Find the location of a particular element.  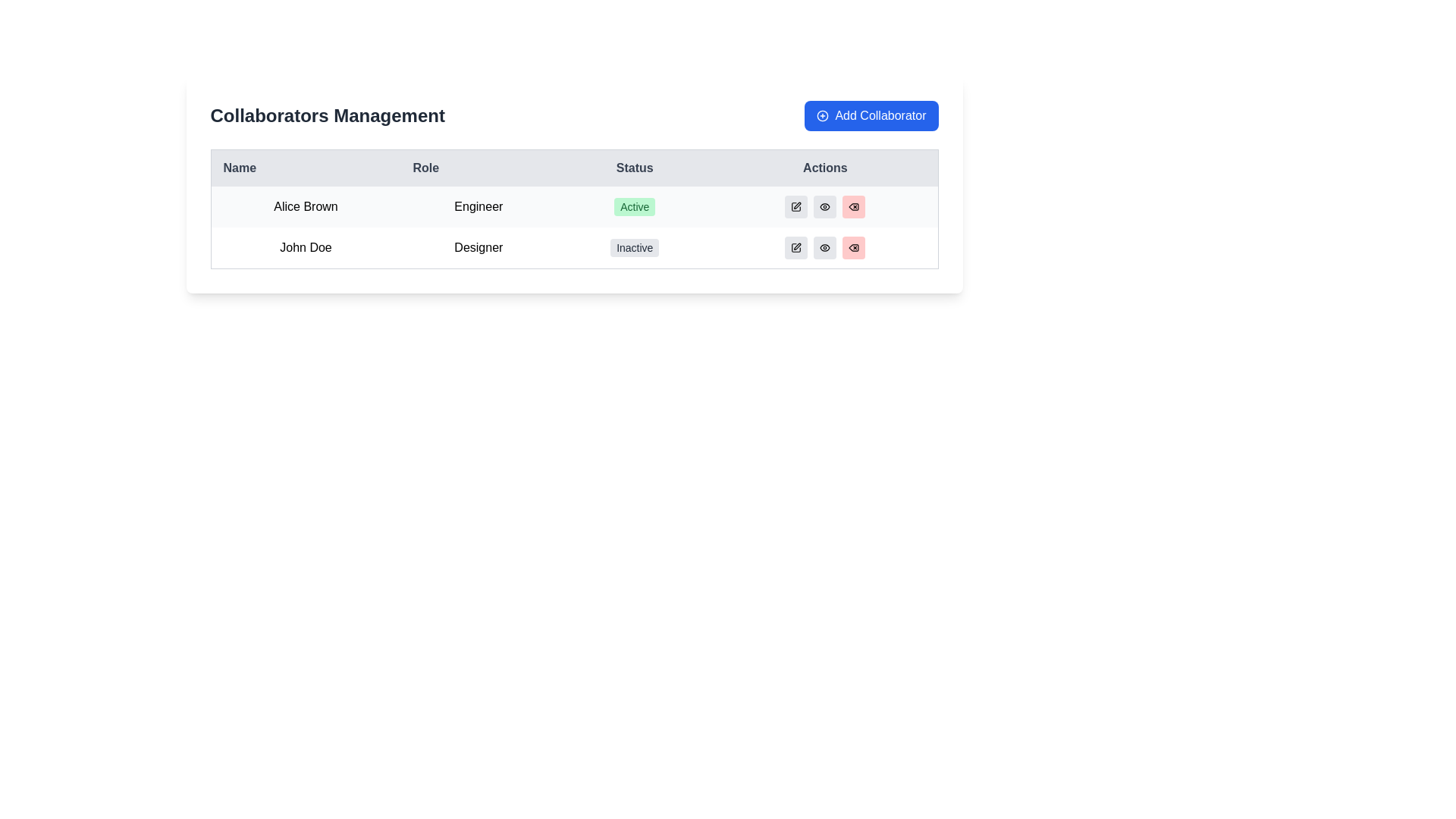

the 'View' button located in the 'Actions' column of the second row in the table to observe a background color change is located at coordinates (824, 247).